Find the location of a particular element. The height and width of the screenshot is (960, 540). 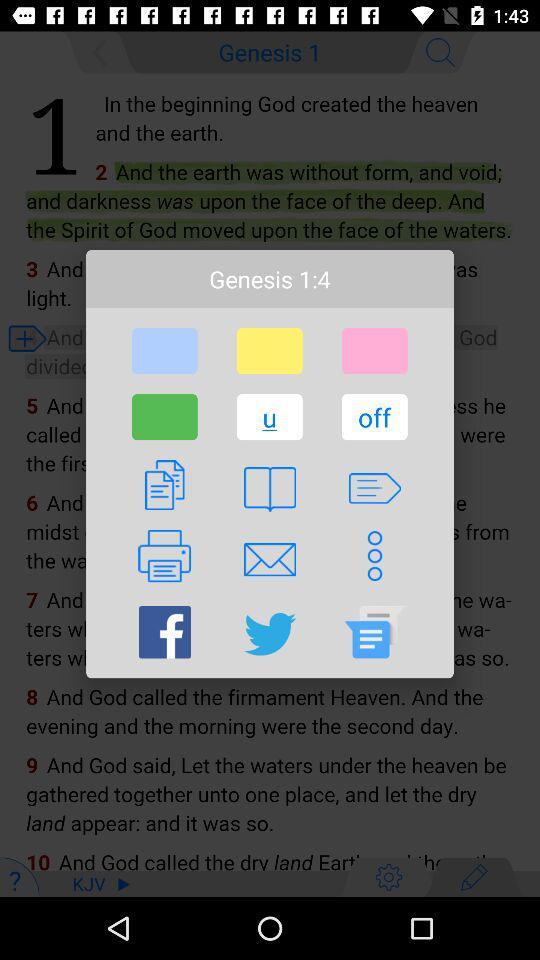

item to the right of the u icon is located at coordinates (374, 416).